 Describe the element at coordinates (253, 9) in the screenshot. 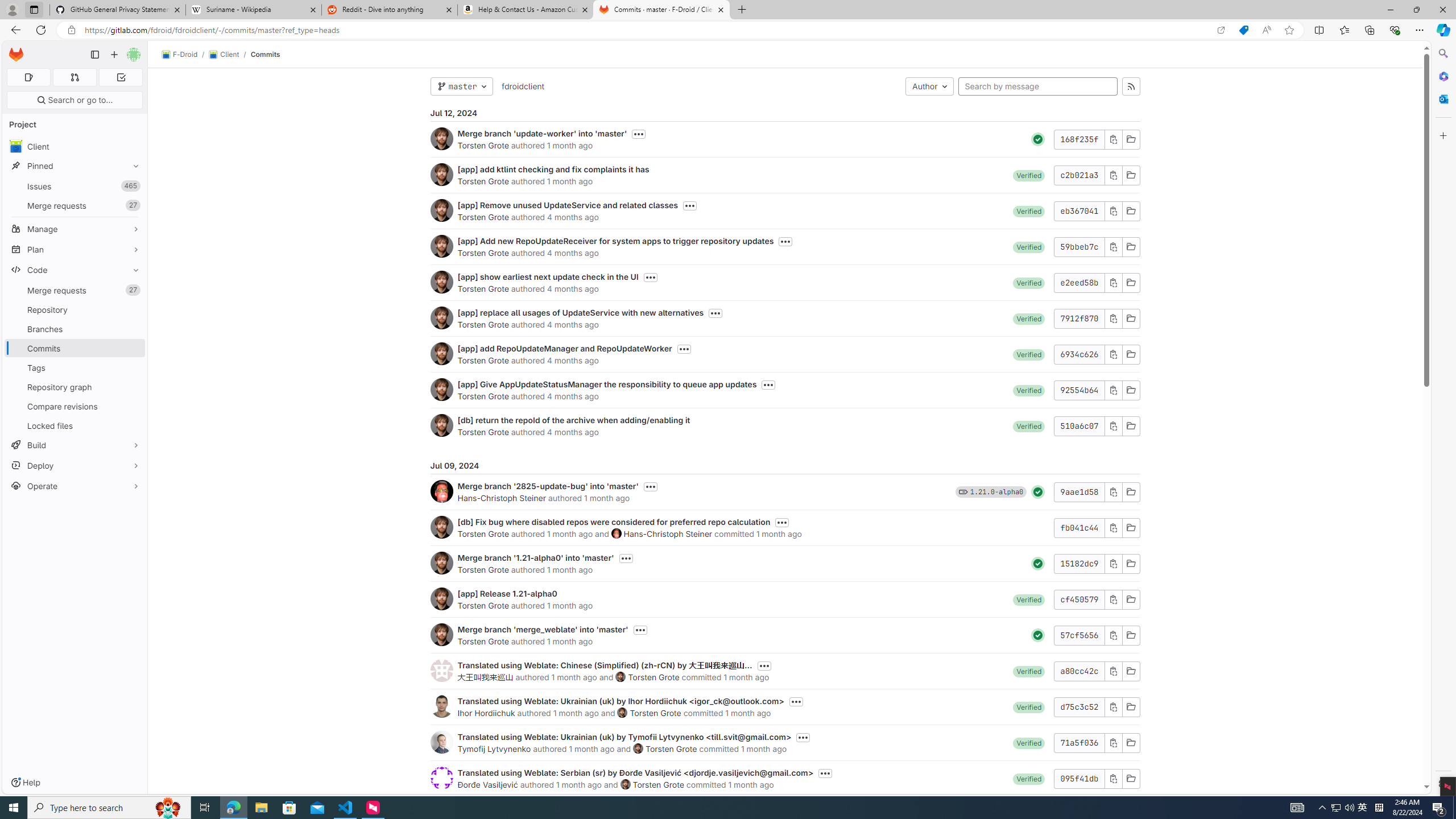

I see `'Suriname - Wikipedia'` at that location.